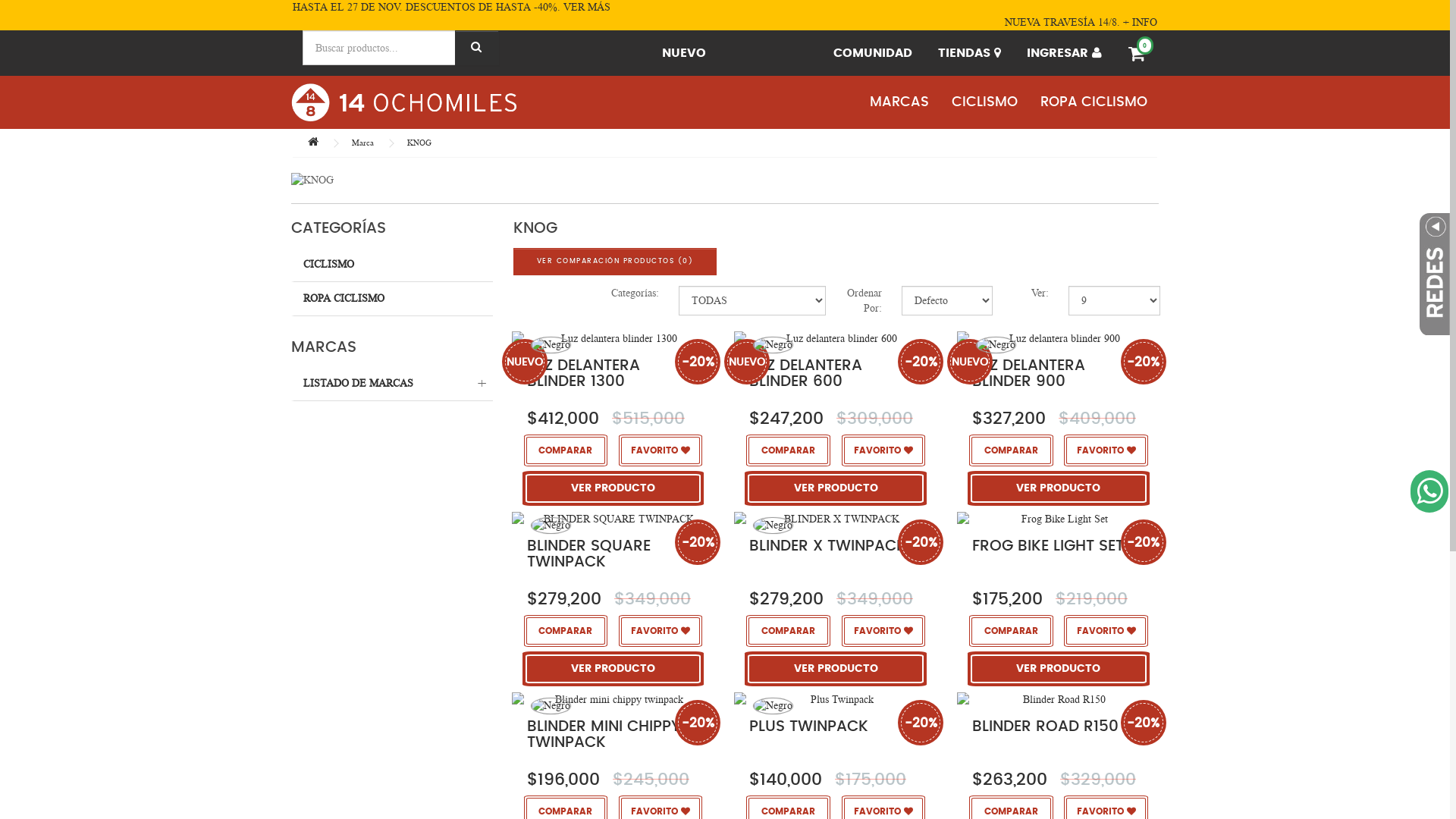  I want to click on 'ROPA CICLISMO', so click(392, 299).